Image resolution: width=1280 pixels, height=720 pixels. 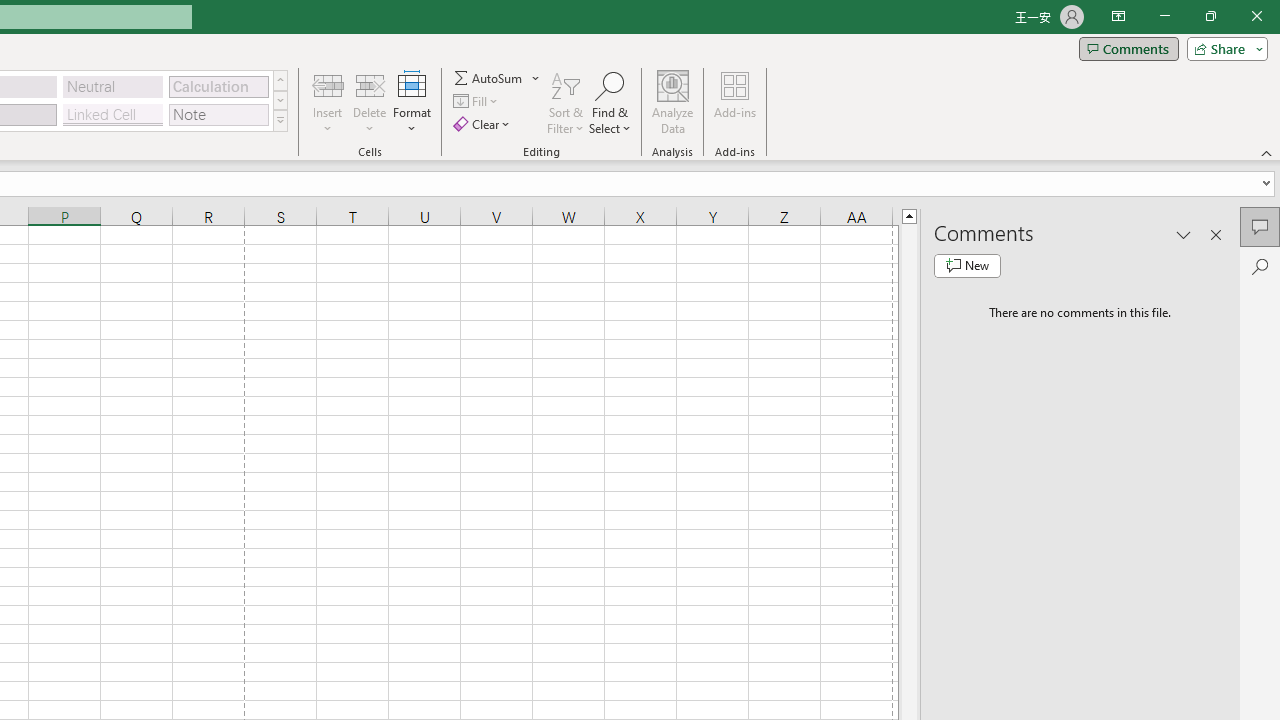 What do you see at coordinates (218, 114) in the screenshot?
I see `'Note'` at bounding box center [218, 114].